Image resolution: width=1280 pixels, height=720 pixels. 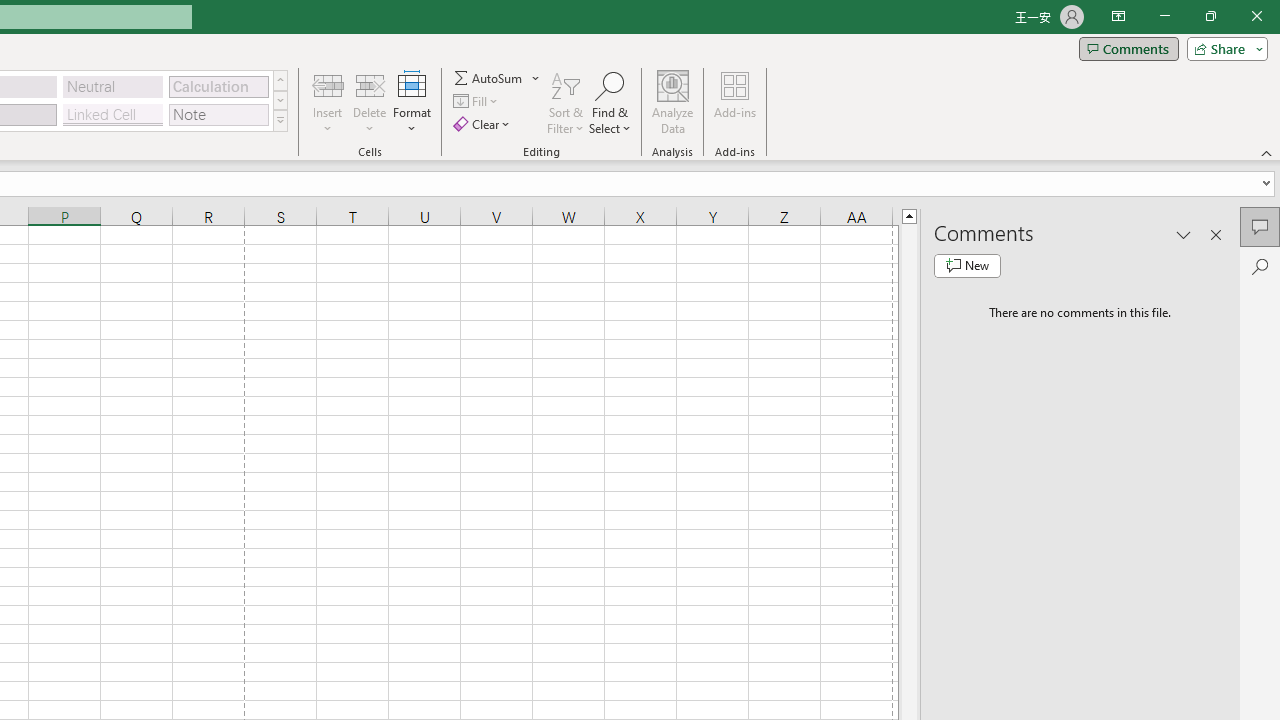 What do you see at coordinates (218, 114) in the screenshot?
I see `'Note'` at bounding box center [218, 114].